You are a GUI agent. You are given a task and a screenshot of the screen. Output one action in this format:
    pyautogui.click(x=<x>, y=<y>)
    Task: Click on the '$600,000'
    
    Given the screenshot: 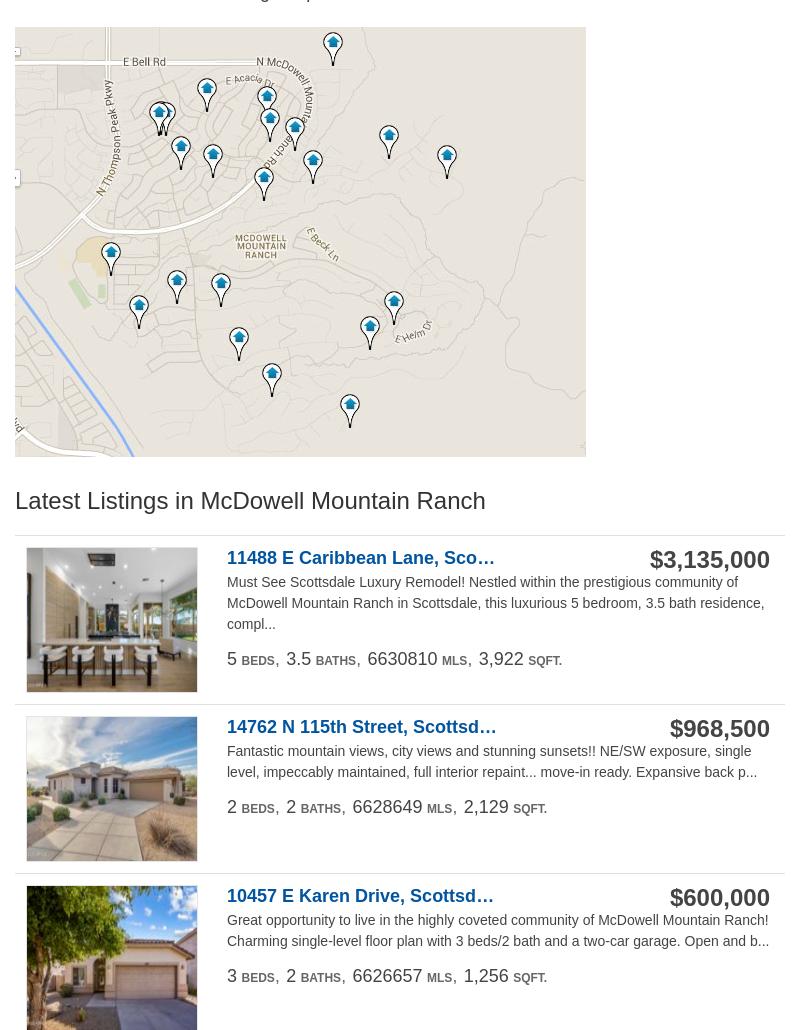 What is the action you would take?
    pyautogui.click(x=718, y=896)
    